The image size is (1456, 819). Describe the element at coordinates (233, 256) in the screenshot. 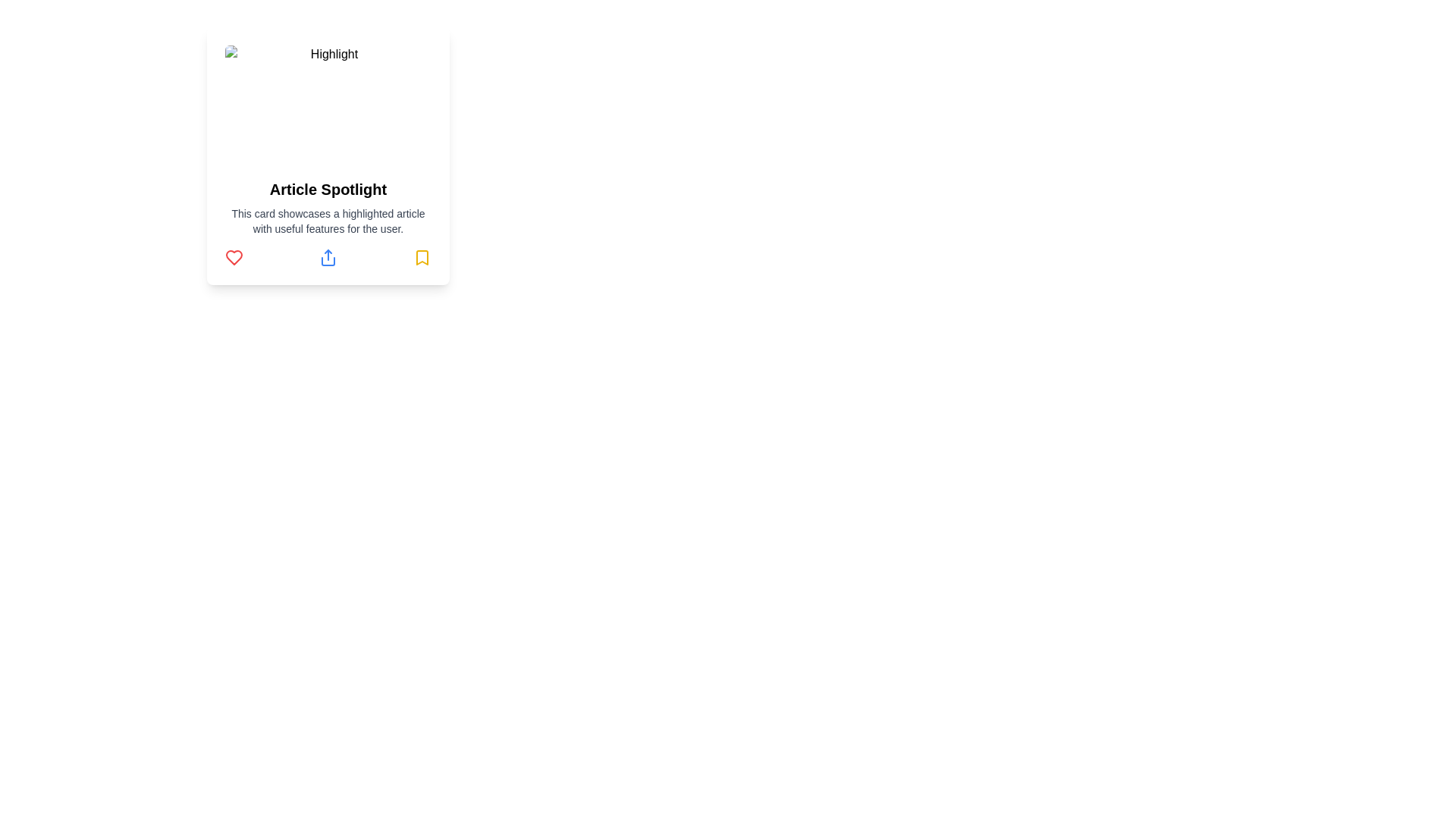

I see `the leftmost 'Like' or 'Favorite' icon button located at the bottom-left corner of the white card interface` at that location.